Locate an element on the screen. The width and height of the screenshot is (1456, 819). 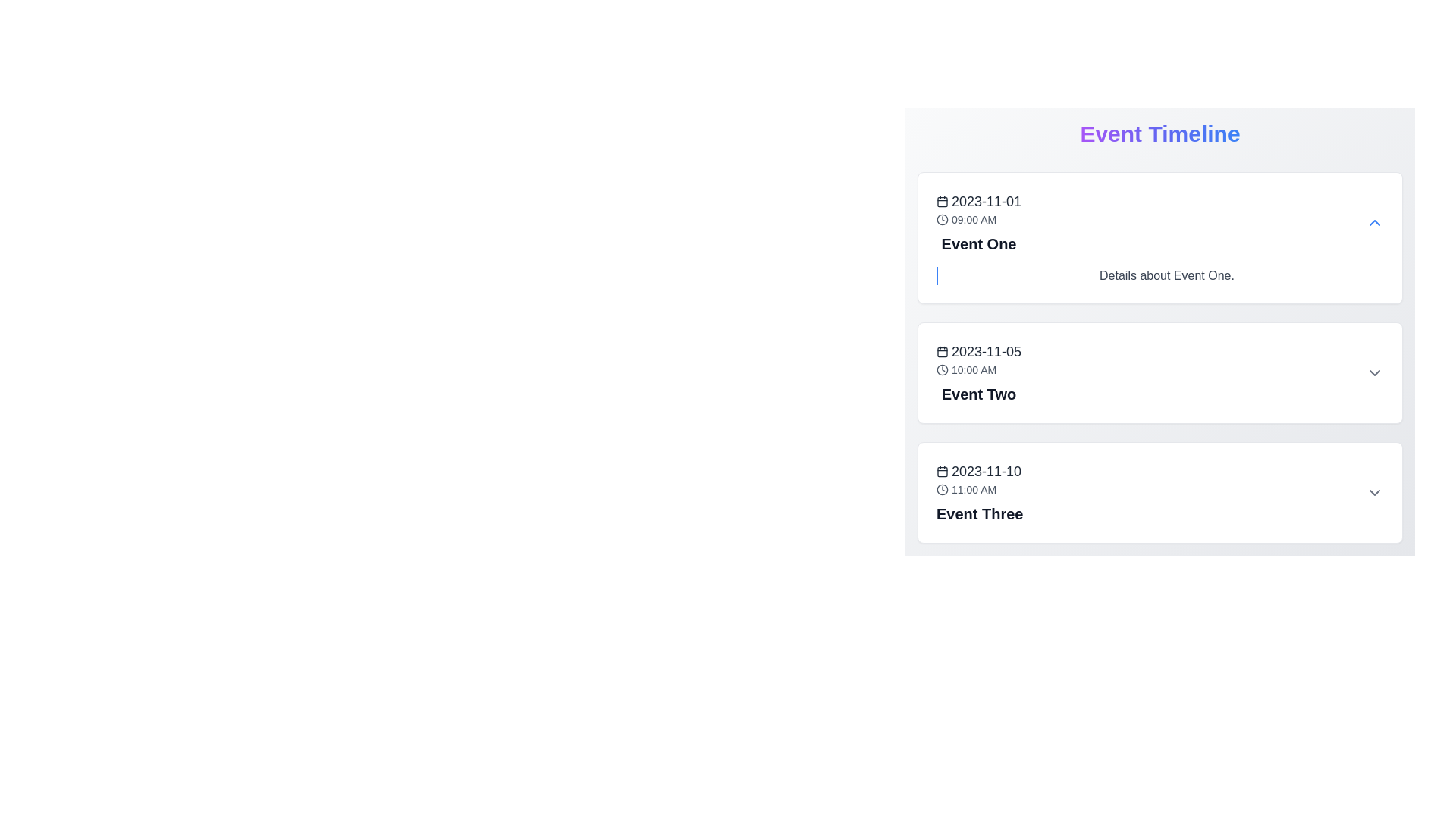
displayed date from the date display element of 'Event Three', located in the center-left of the third event card beneath the timeline header is located at coordinates (980, 470).